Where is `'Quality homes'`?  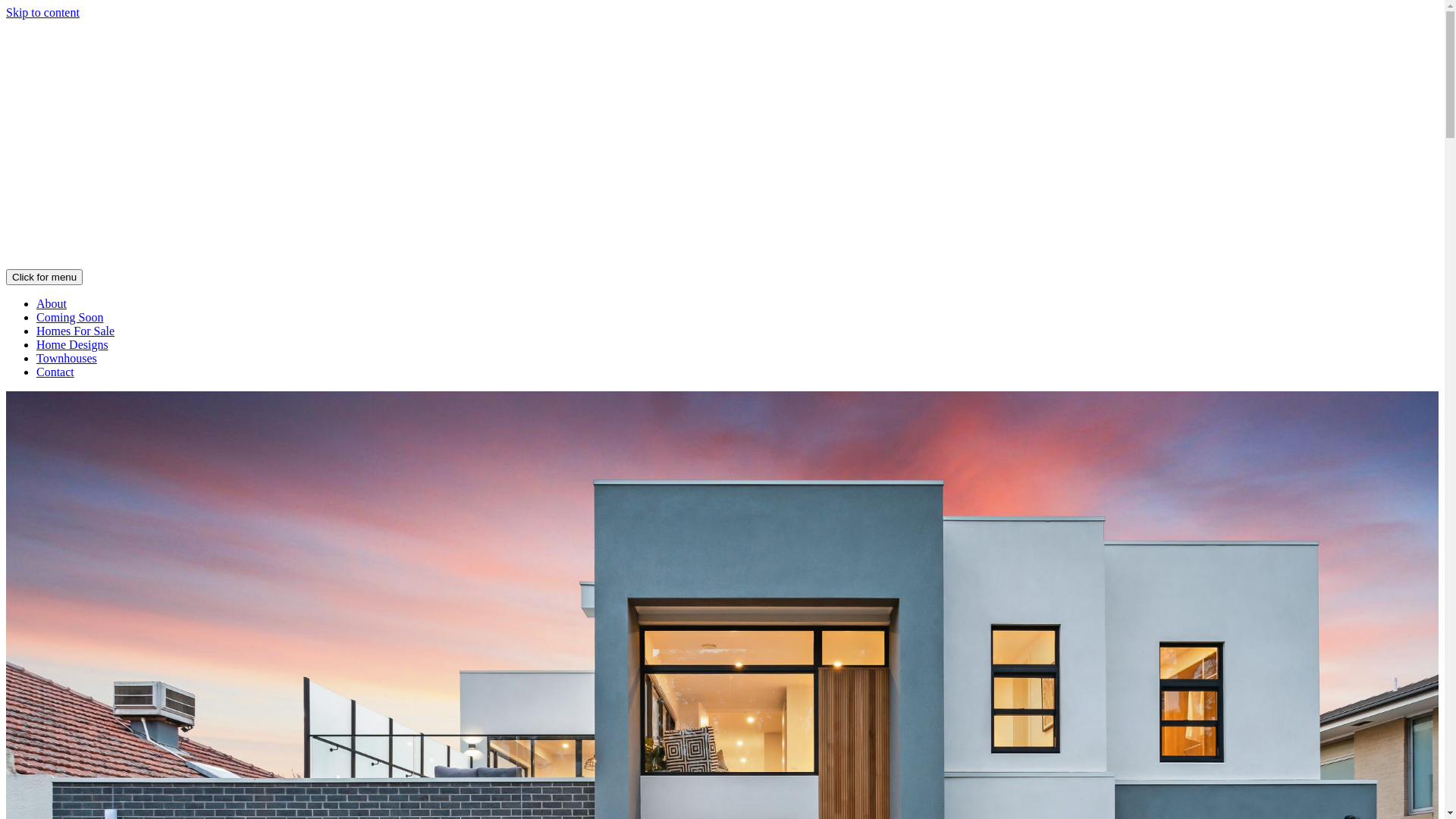 'Quality homes' is located at coordinates (721, 261).